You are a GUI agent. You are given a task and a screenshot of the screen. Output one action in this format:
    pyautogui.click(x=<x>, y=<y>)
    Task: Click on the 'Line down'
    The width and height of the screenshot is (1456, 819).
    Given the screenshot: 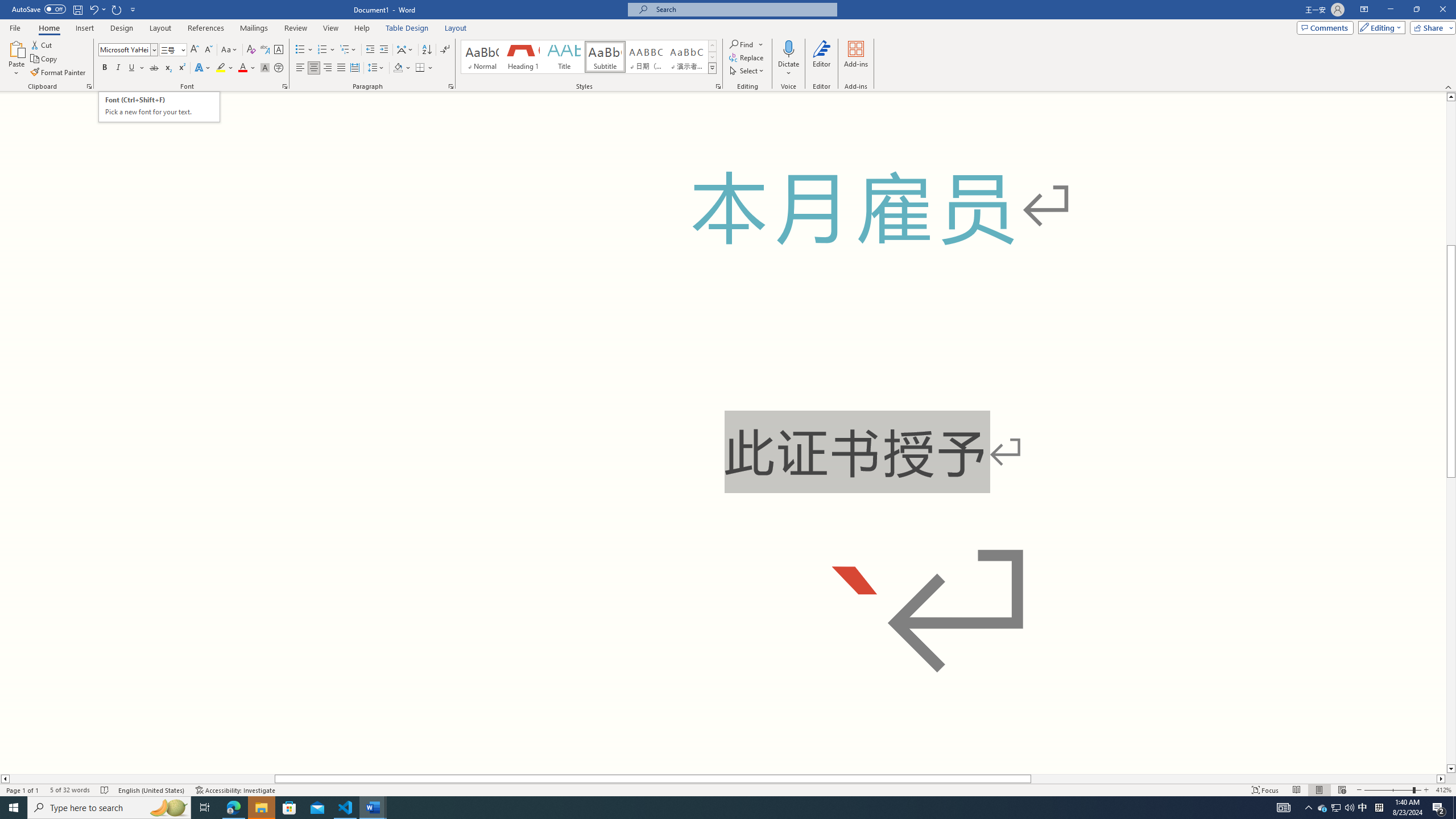 What is the action you would take?
    pyautogui.click(x=1451, y=768)
    